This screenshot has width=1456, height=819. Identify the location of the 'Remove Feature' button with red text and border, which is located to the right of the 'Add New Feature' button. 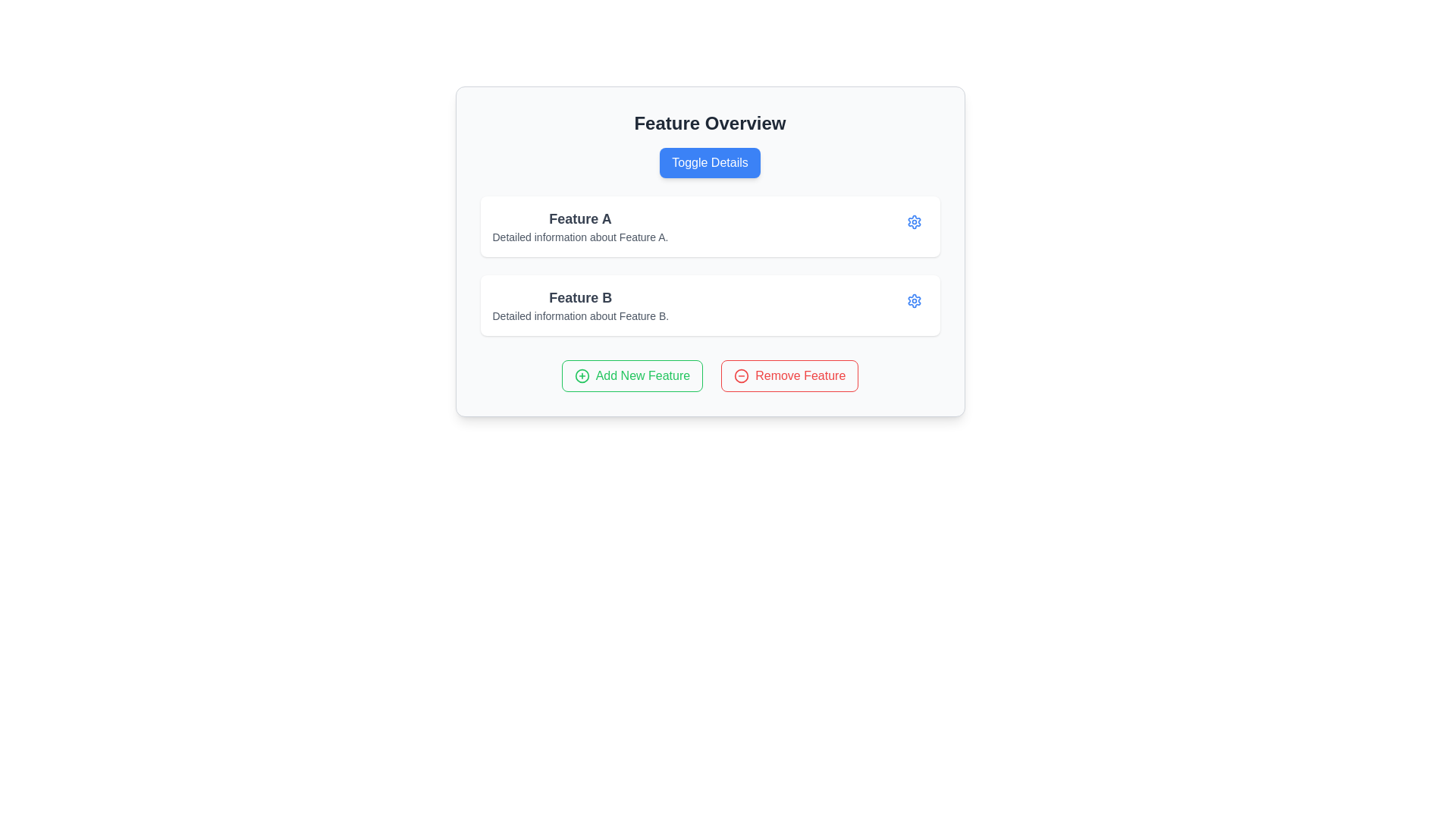
(789, 375).